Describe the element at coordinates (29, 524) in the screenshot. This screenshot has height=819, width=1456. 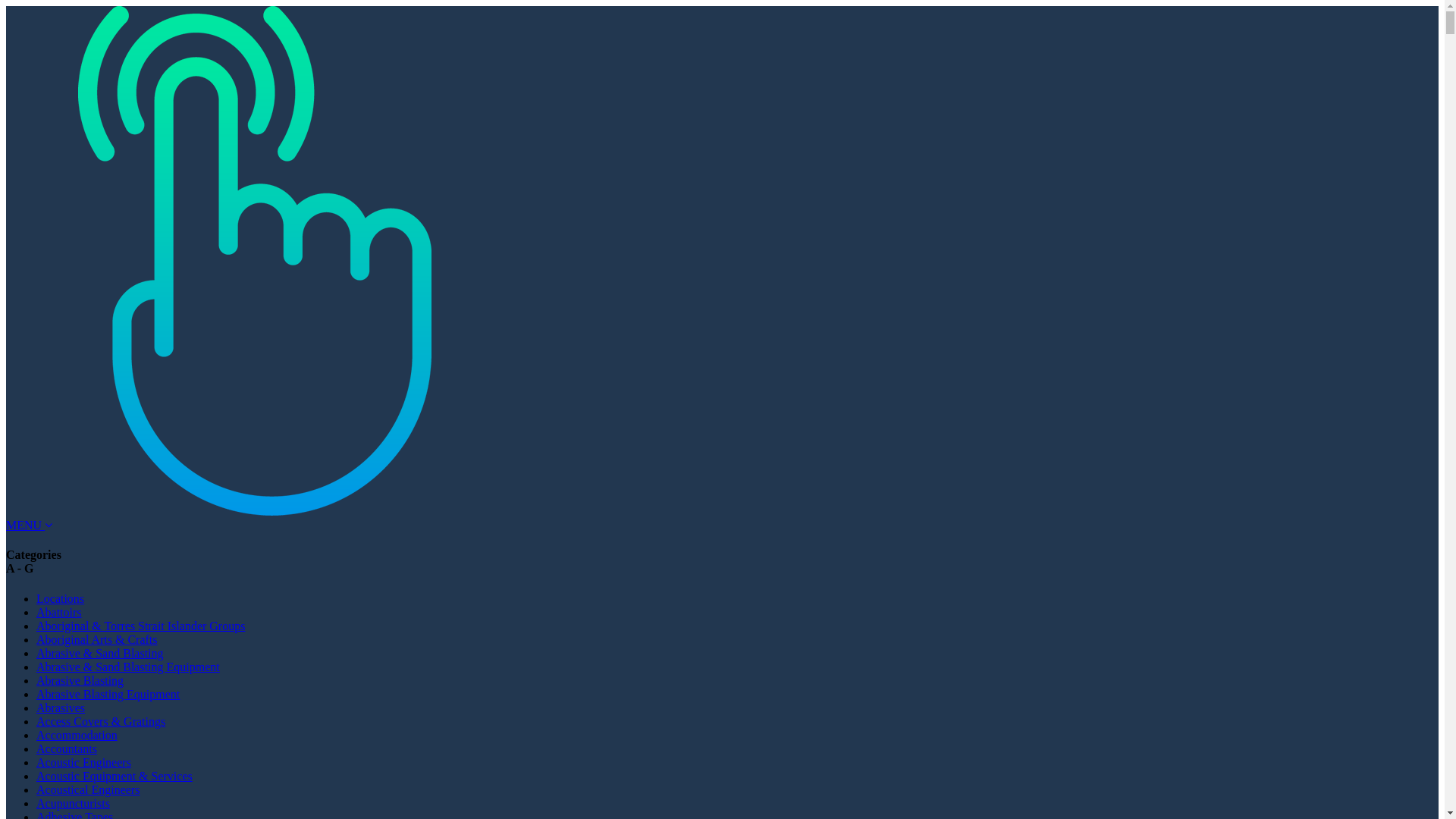
I see `'MENU'` at that location.